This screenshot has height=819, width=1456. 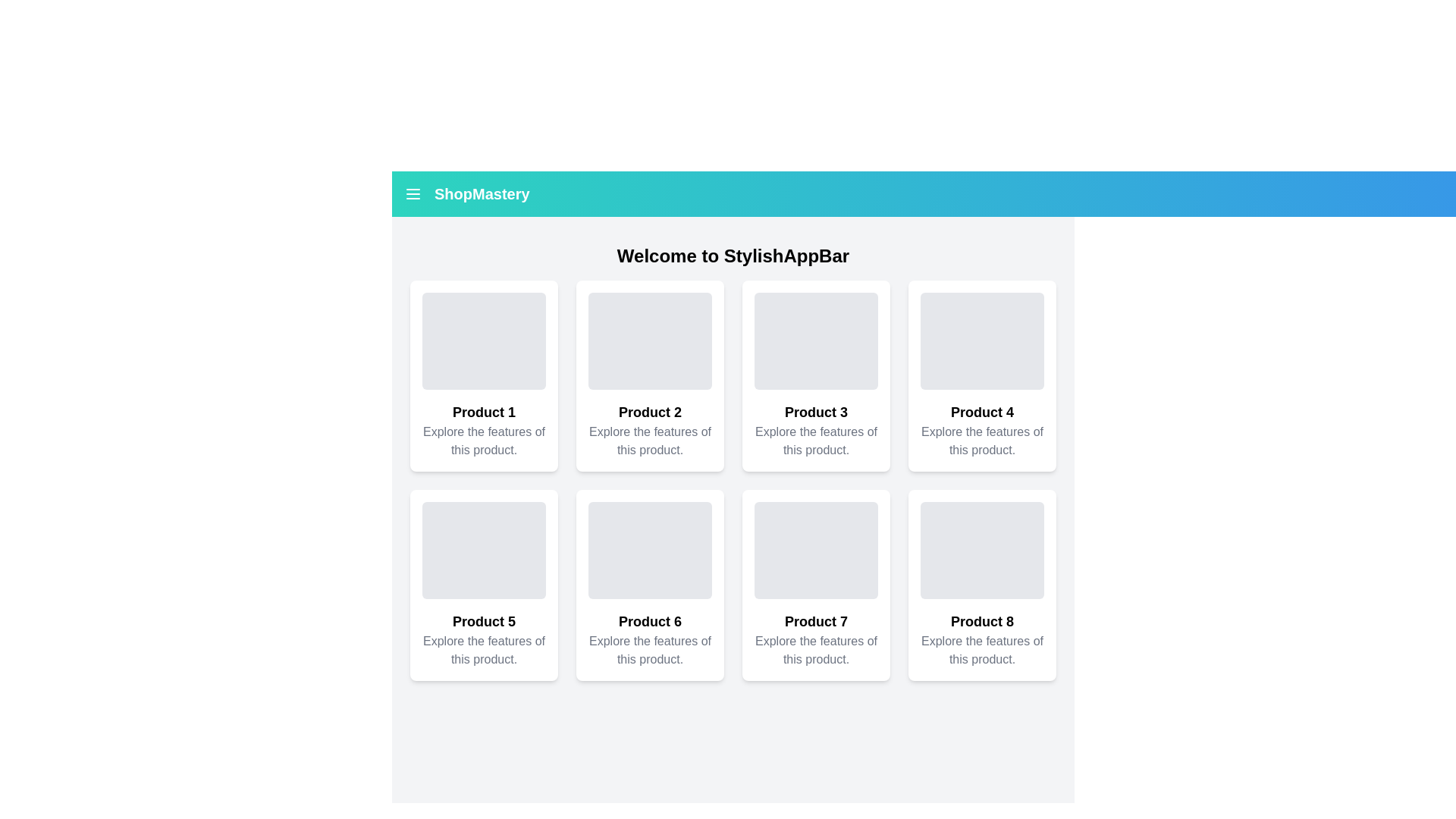 What do you see at coordinates (982, 341) in the screenshot?
I see `the rectangular placeholder image with a light gray background located at the top of the 'Product 4' card in the fourth column of the grid layout` at bounding box center [982, 341].